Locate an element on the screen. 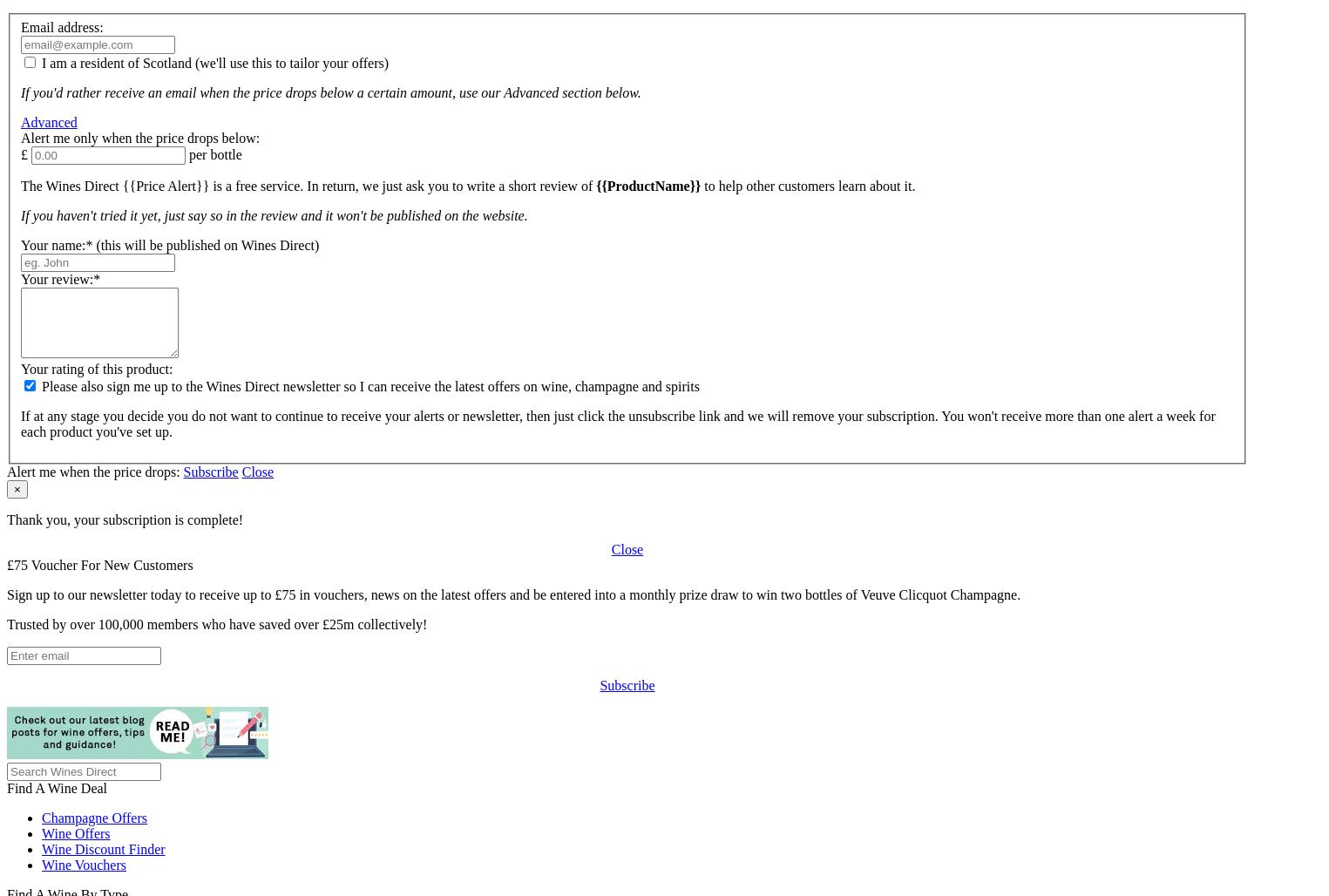  'Wine Offers' is located at coordinates (41, 832).